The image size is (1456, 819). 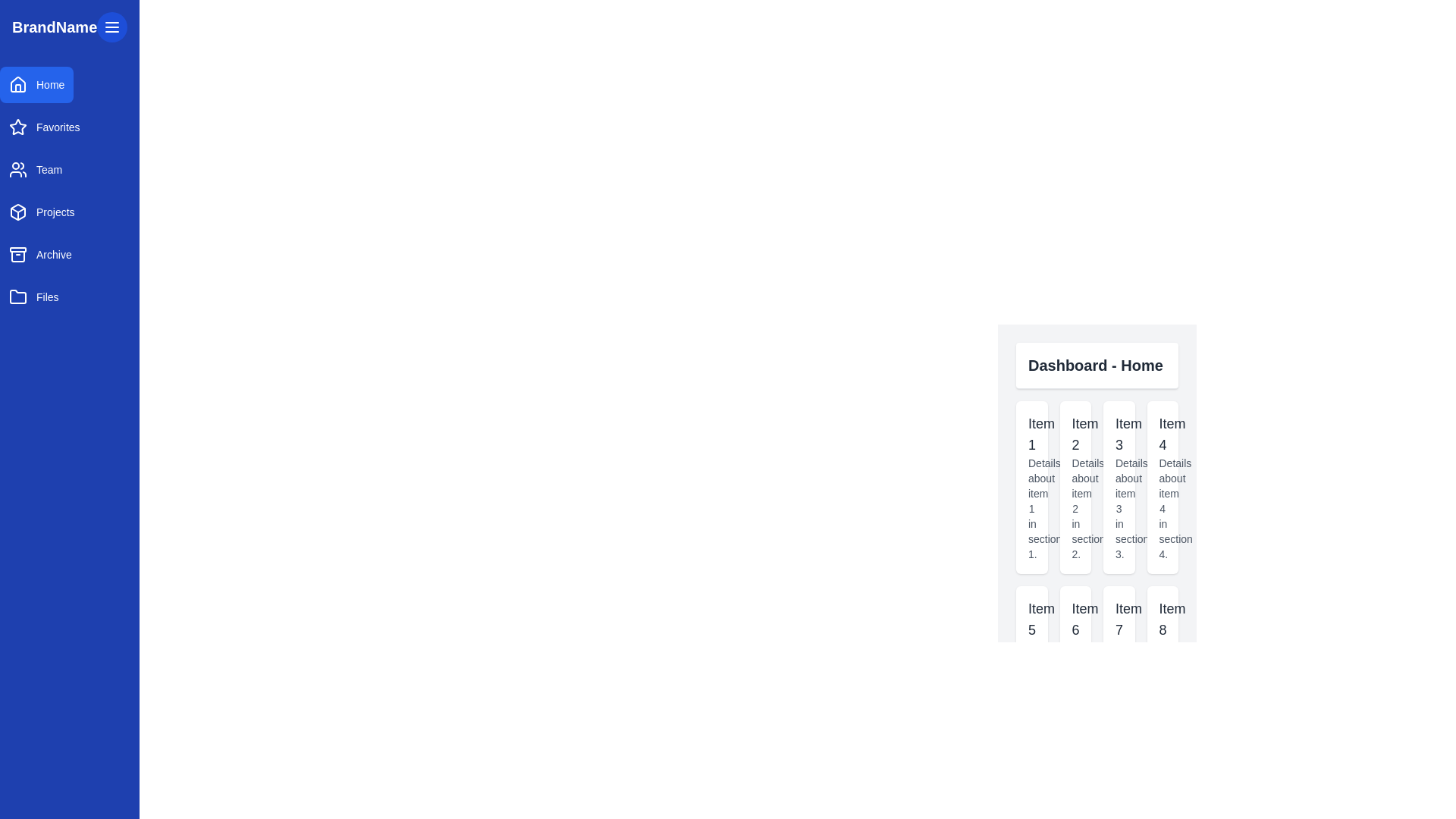 What do you see at coordinates (111, 27) in the screenshot?
I see `the Menu icon button, which is represented by a hamburger menu icon with a blue background and white lines, located in the upper section of the left sidebar near 'BrandName'` at bounding box center [111, 27].